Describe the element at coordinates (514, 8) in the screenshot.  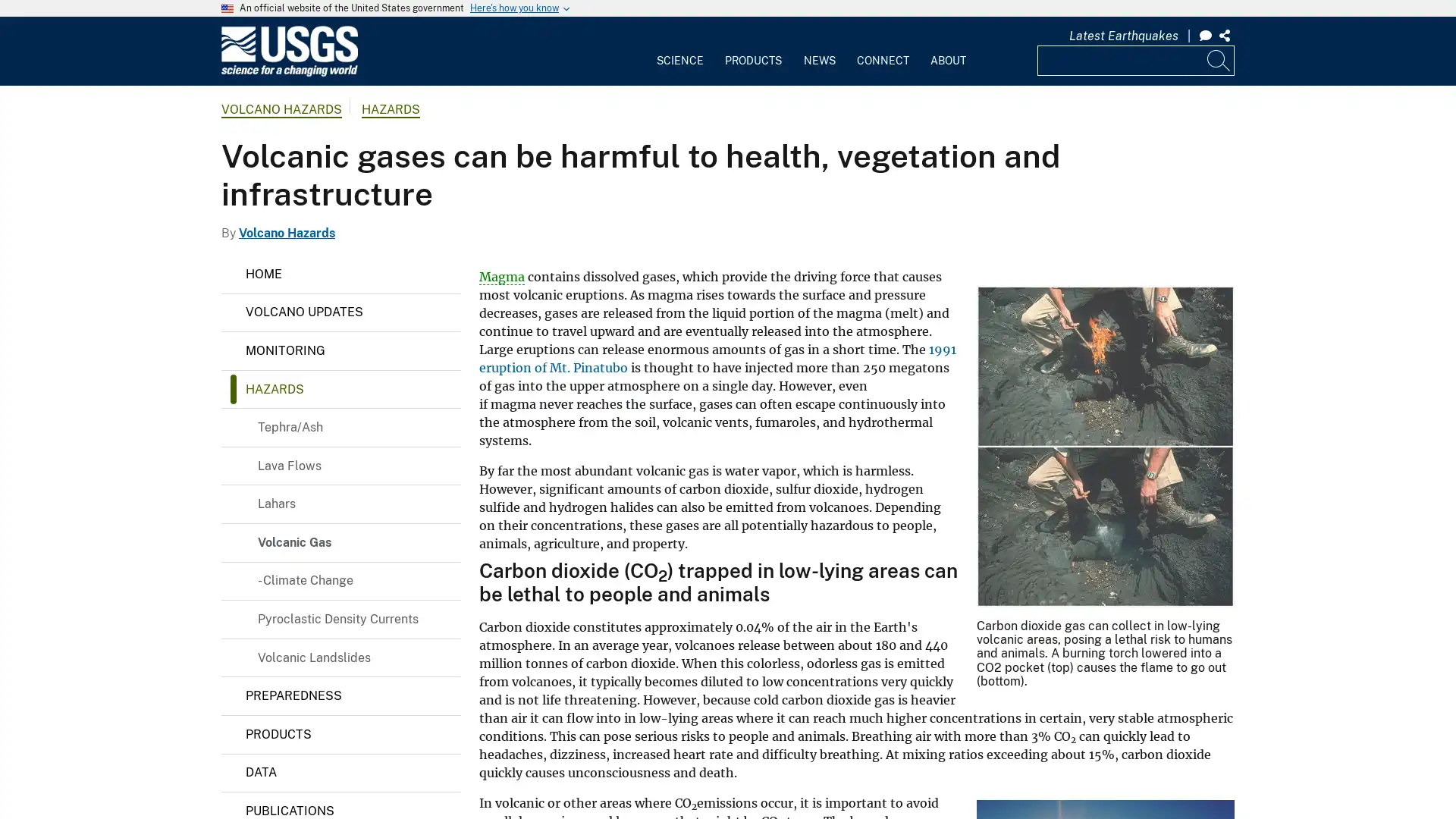
I see `Here's how you know` at that location.